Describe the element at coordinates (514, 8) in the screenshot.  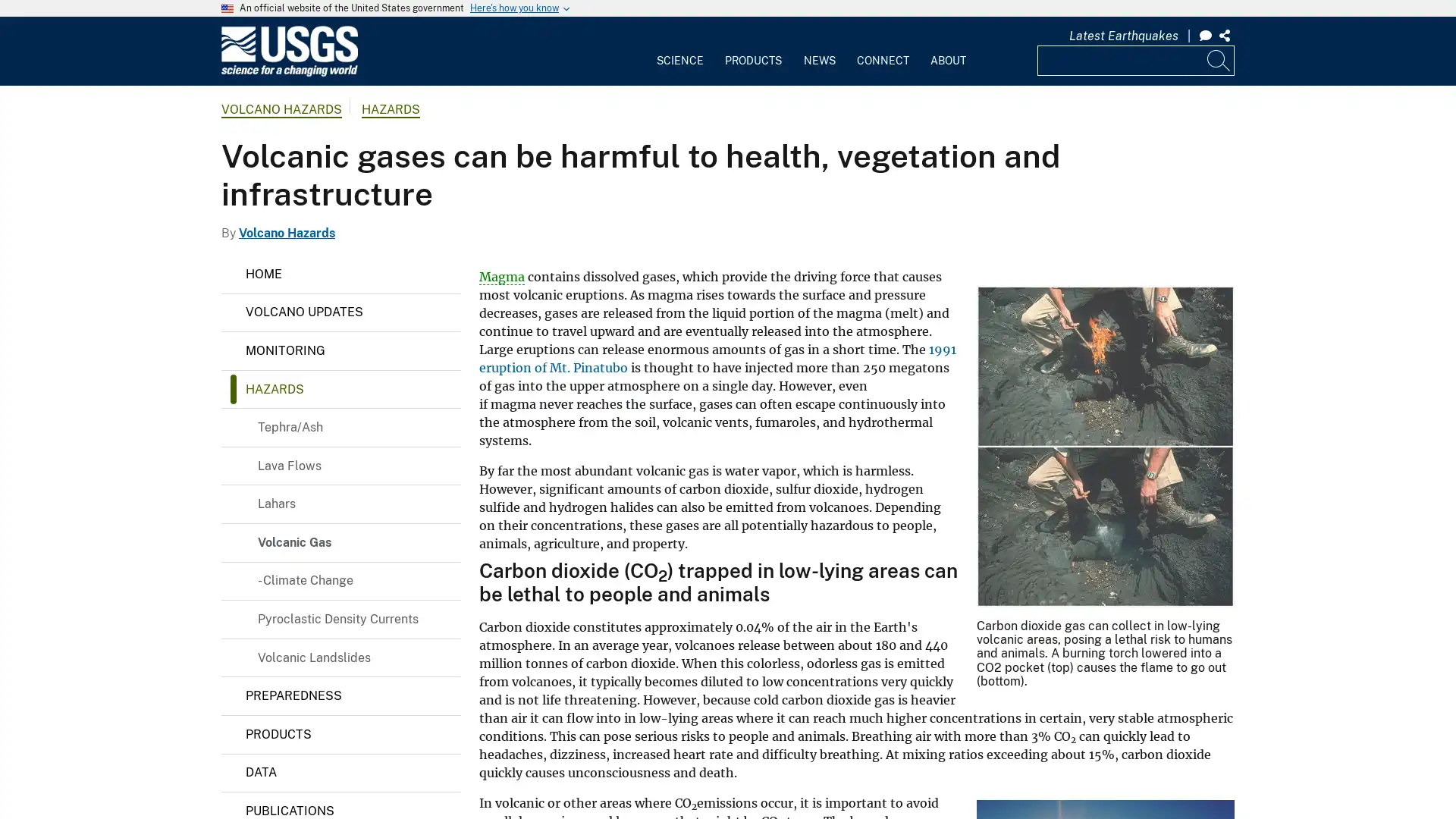
I see `Here's how you know` at that location.